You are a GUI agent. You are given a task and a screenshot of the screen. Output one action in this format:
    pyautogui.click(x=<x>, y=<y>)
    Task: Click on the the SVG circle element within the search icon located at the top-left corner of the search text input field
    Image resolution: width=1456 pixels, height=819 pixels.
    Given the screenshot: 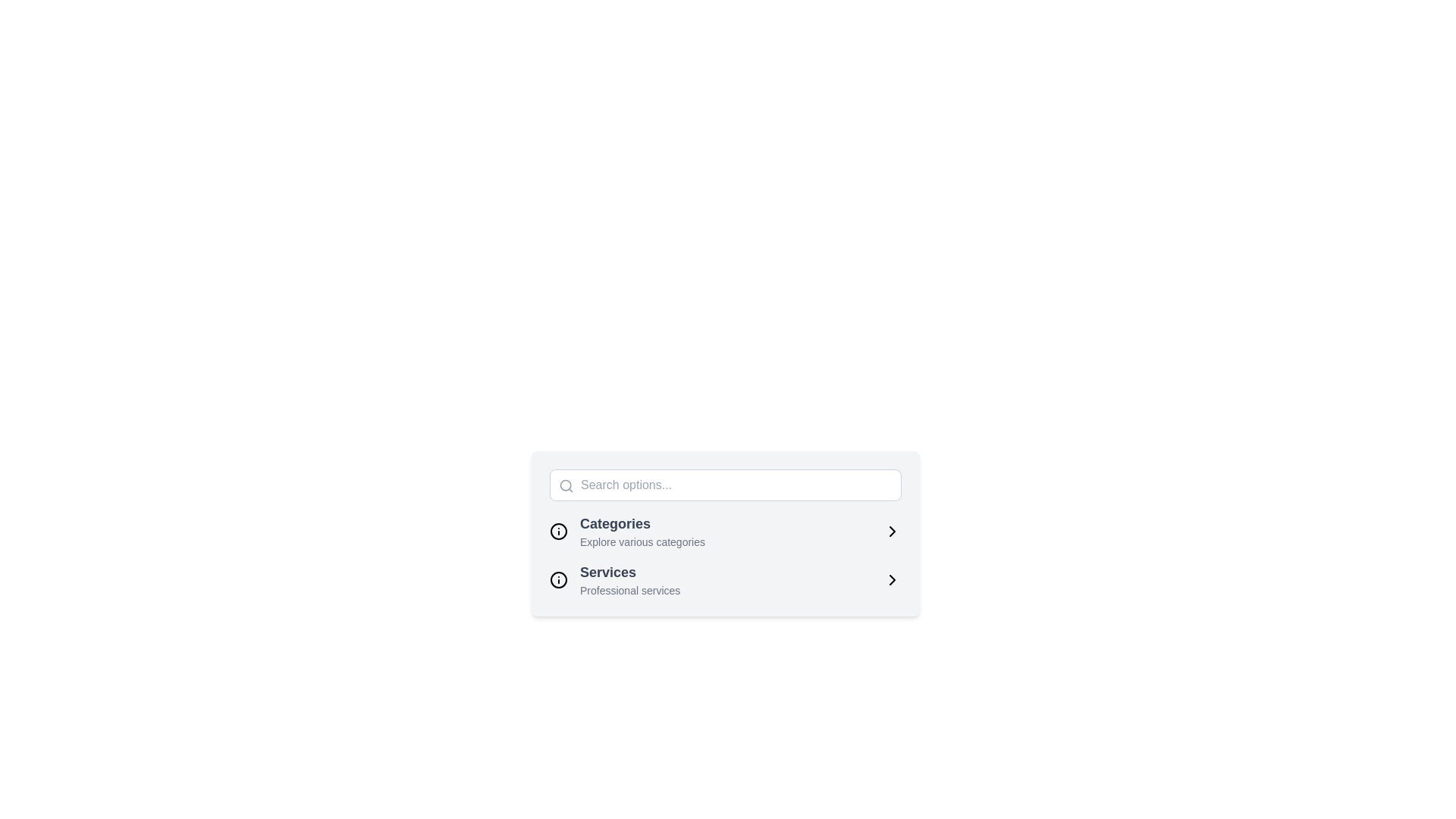 What is the action you would take?
    pyautogui.click(x=565, y=485)
    